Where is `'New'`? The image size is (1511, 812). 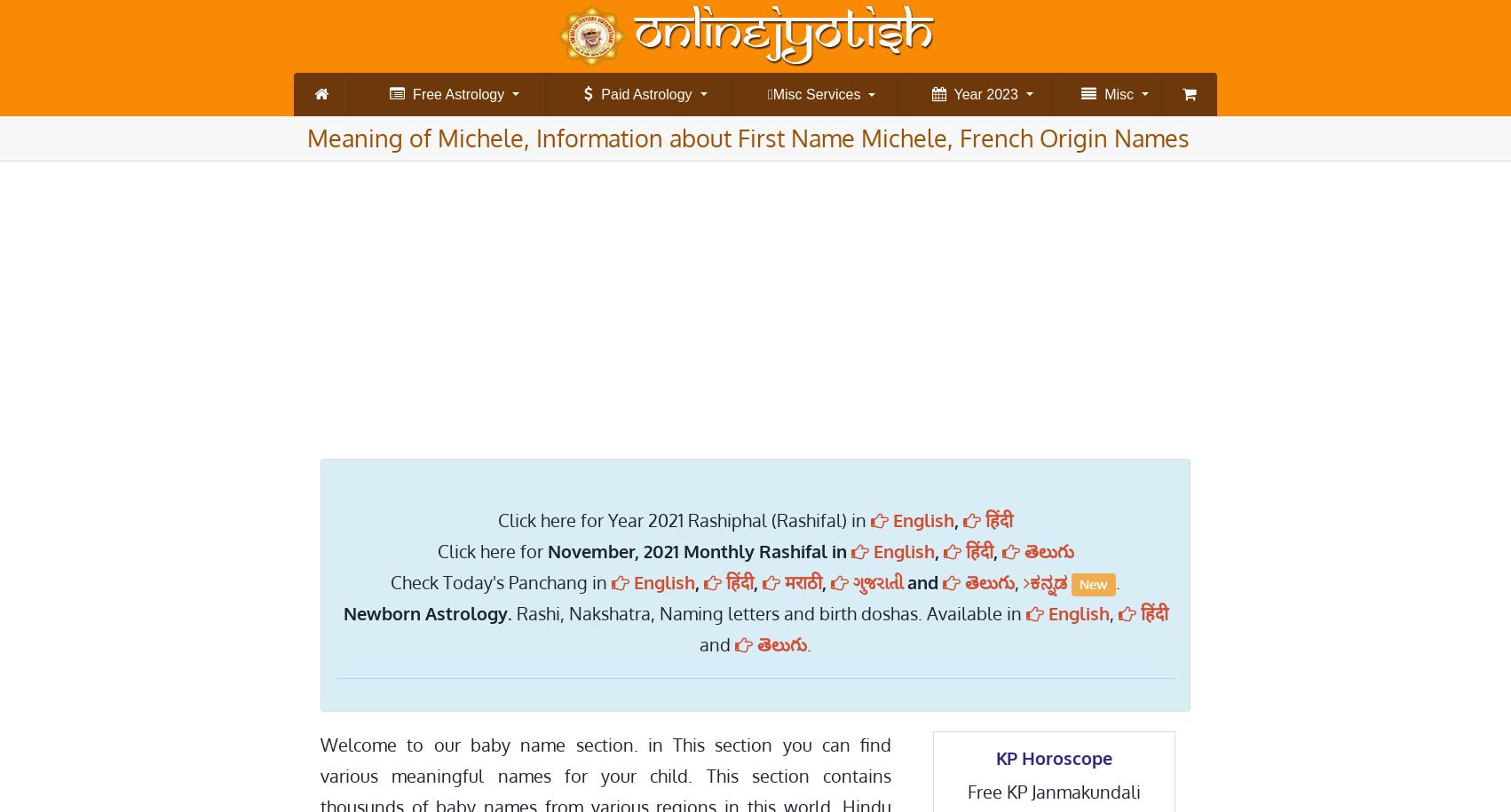
'New' is located at coordinates (1094, 583).